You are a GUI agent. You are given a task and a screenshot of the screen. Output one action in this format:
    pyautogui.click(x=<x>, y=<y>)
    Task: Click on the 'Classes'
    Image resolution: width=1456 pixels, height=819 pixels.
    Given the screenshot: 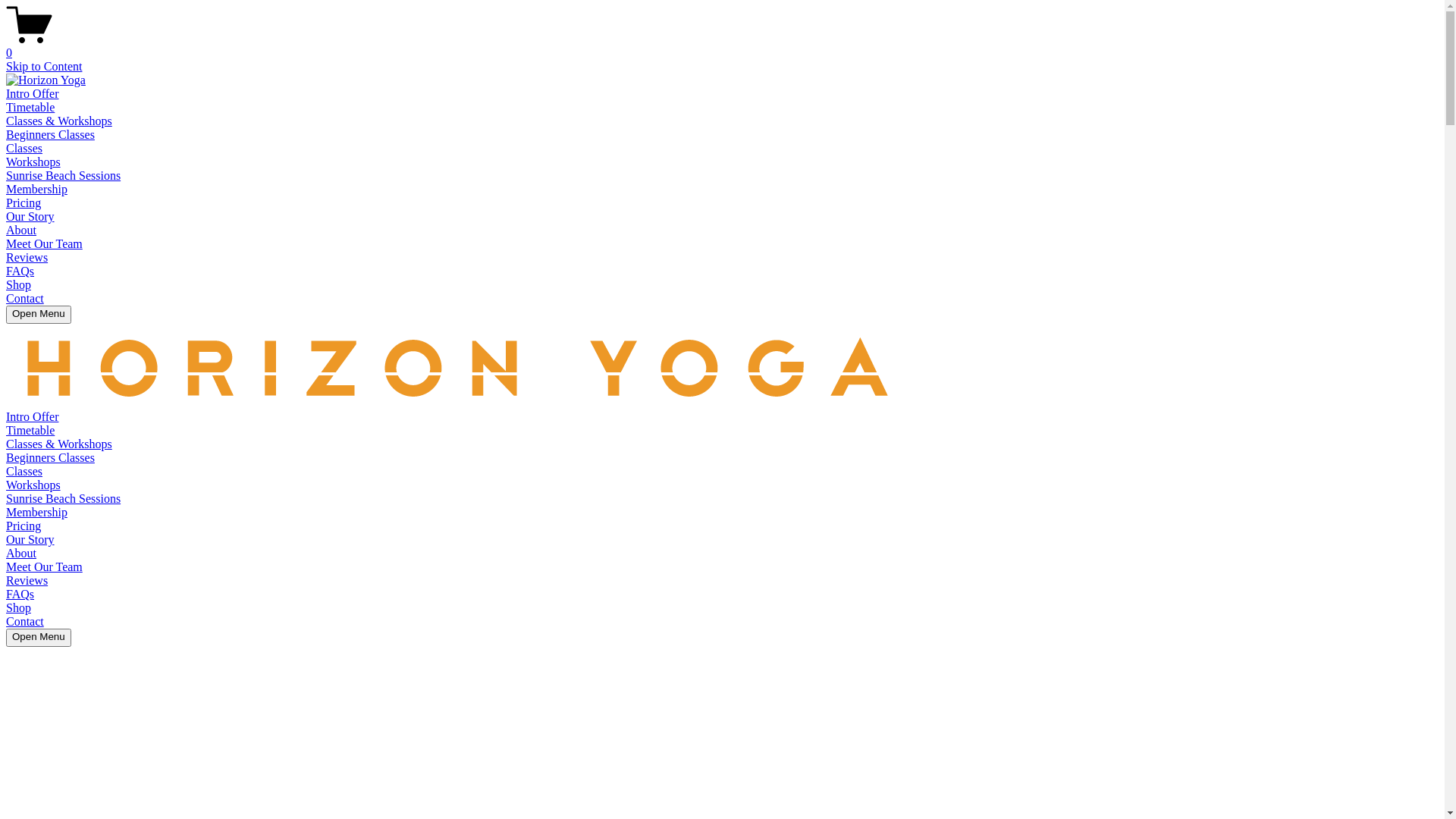 What is the action you would take?
    pyautogui.click(x=24, y=148)
    